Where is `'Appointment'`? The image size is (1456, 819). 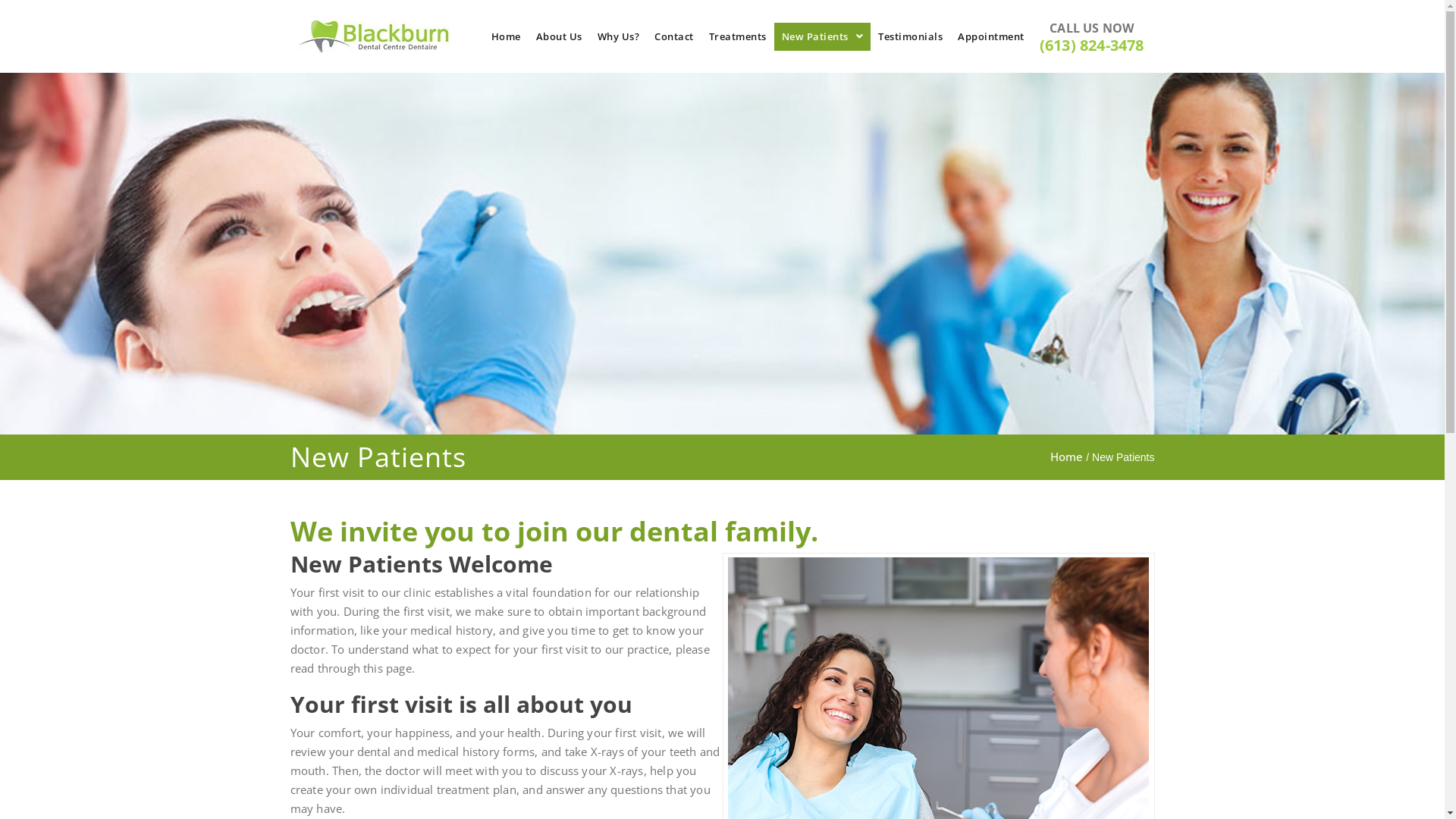
'Appointment' is located at coordinates (990, 36).